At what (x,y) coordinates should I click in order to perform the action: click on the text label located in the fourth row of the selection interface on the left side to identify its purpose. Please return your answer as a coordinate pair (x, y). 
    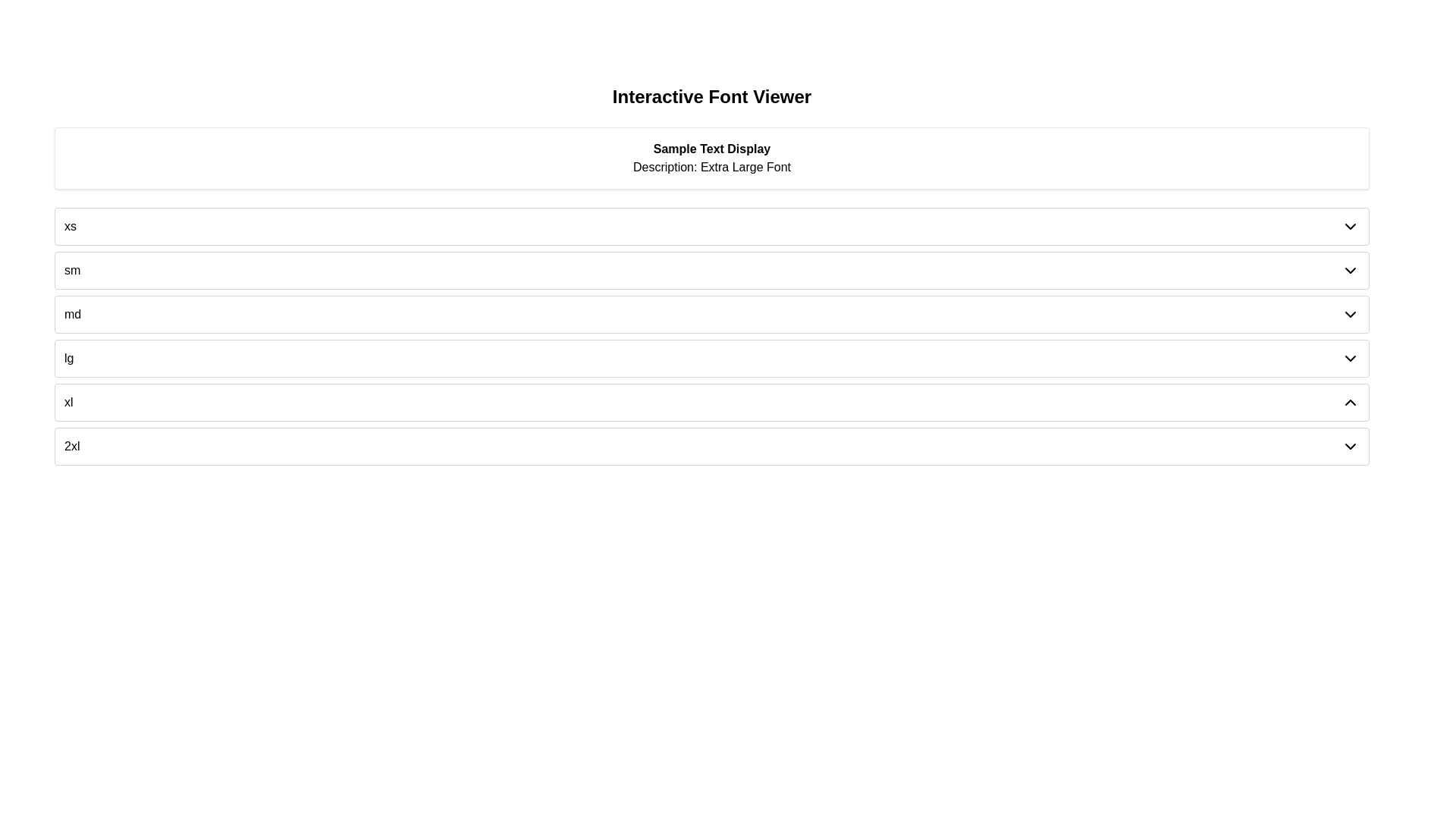
    Looking at the image, I should click on (68, 359).